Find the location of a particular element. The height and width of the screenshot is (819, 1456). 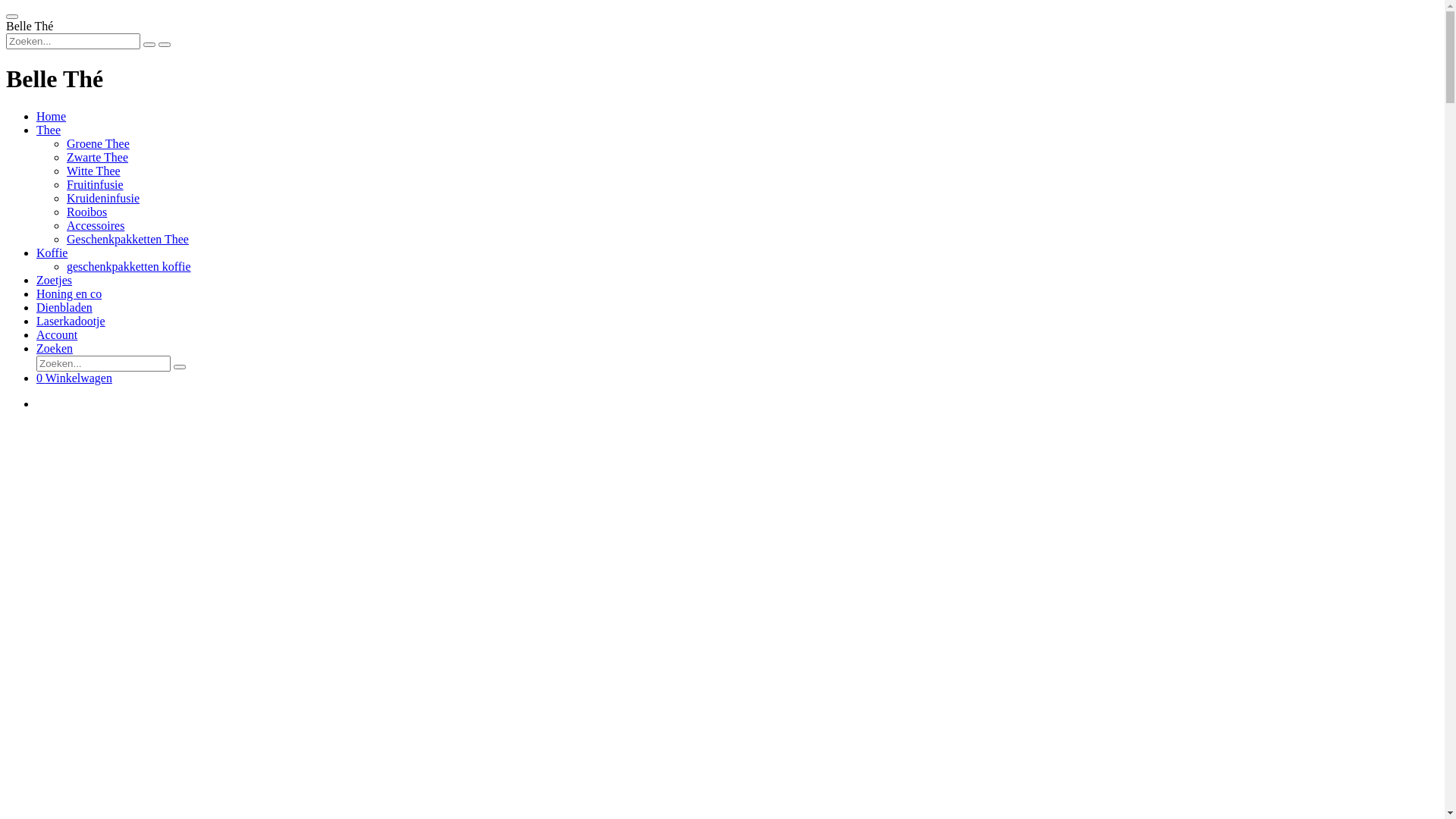

'Zoetjes' is located at coordinates (54, 280).